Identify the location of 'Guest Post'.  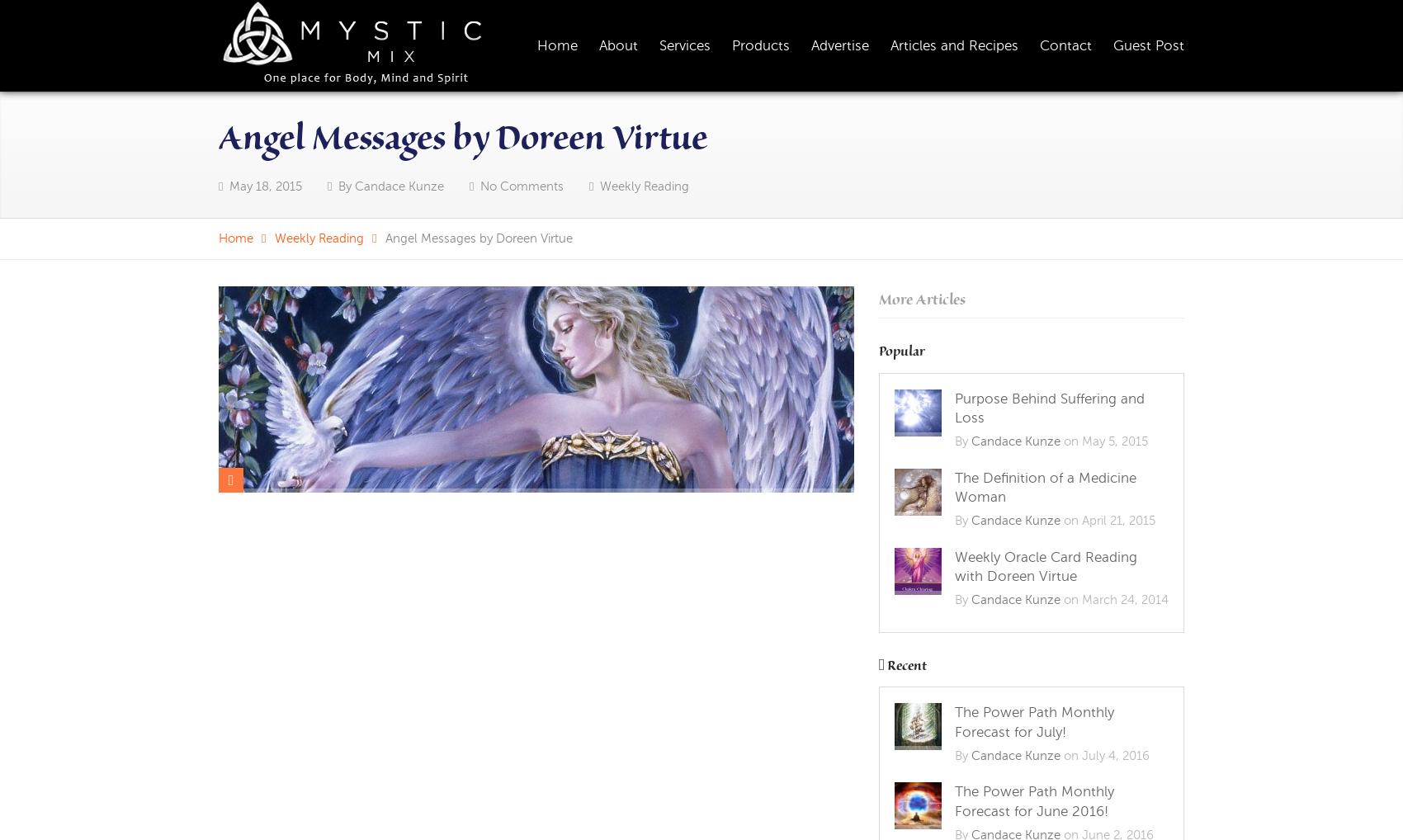
(1147, 45).